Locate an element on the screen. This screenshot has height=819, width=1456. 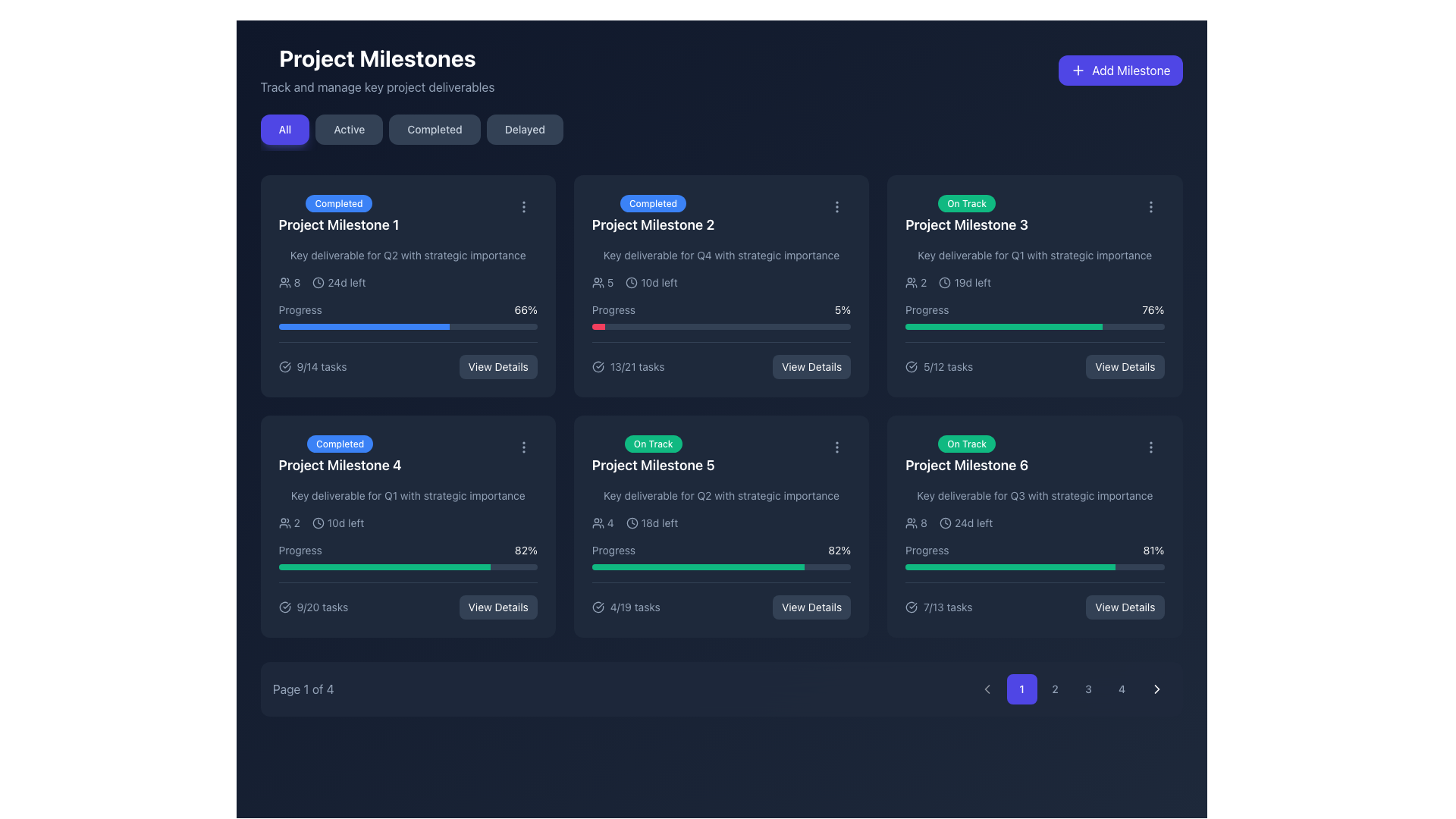
the informational text element displaying '24d left' with a supporting clock icon, located in the bottom-right card labeled 'Project Milestone 6' is located at coordinates (965, 522).